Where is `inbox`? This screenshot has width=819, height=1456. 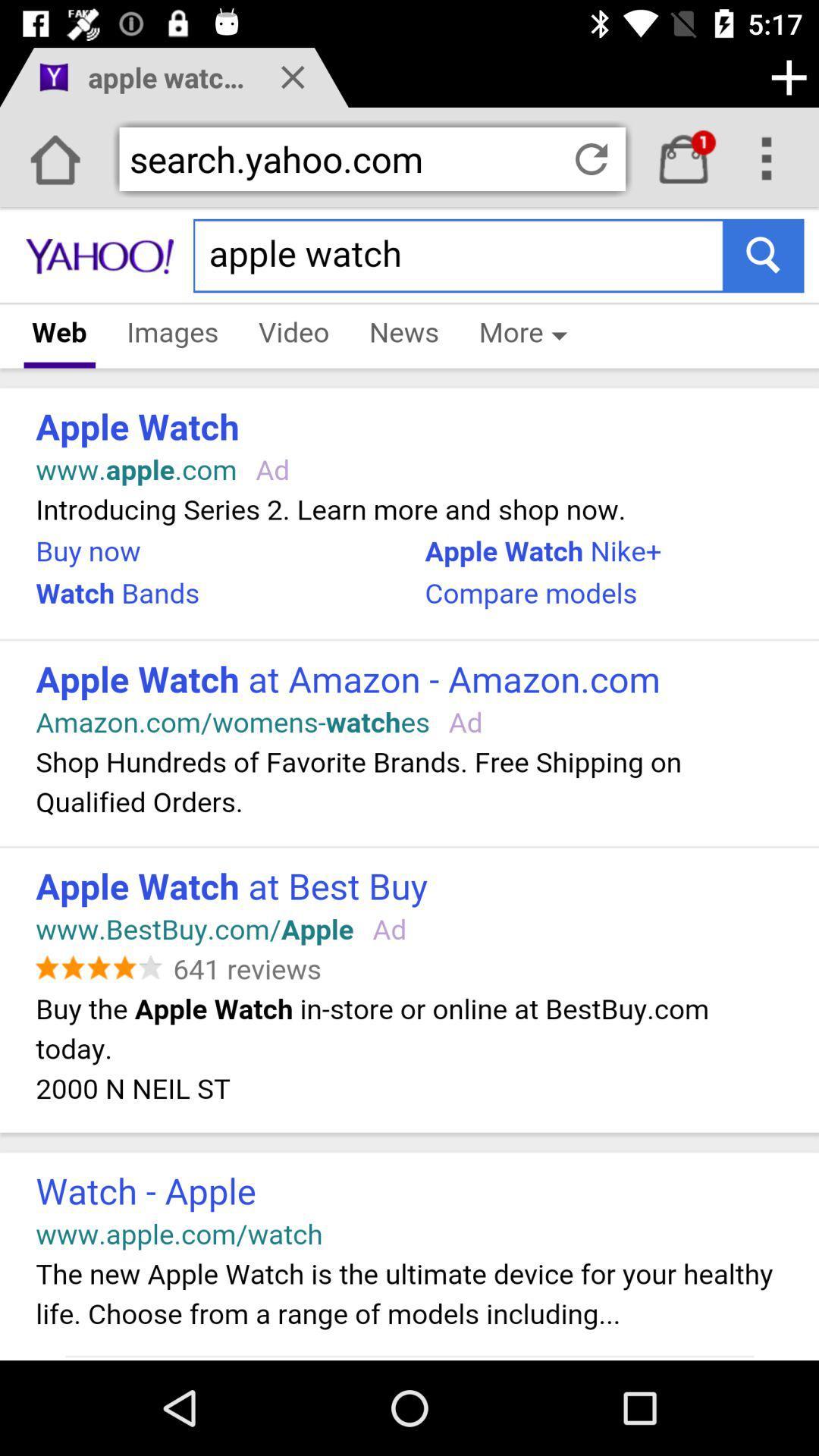
inbox is located at coordinates (683, 159).